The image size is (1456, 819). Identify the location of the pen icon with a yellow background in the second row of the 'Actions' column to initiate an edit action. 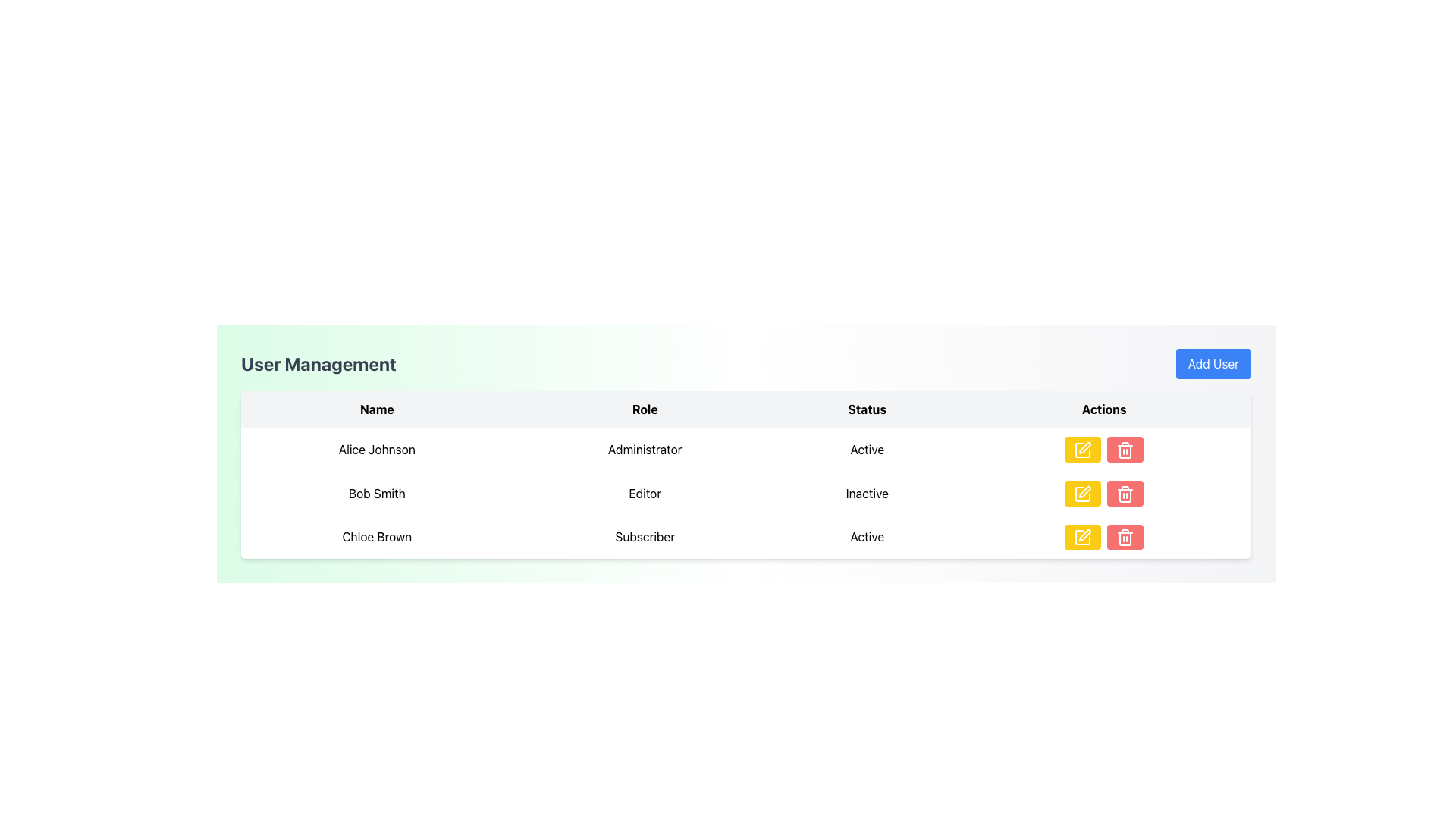
(1084, 491).